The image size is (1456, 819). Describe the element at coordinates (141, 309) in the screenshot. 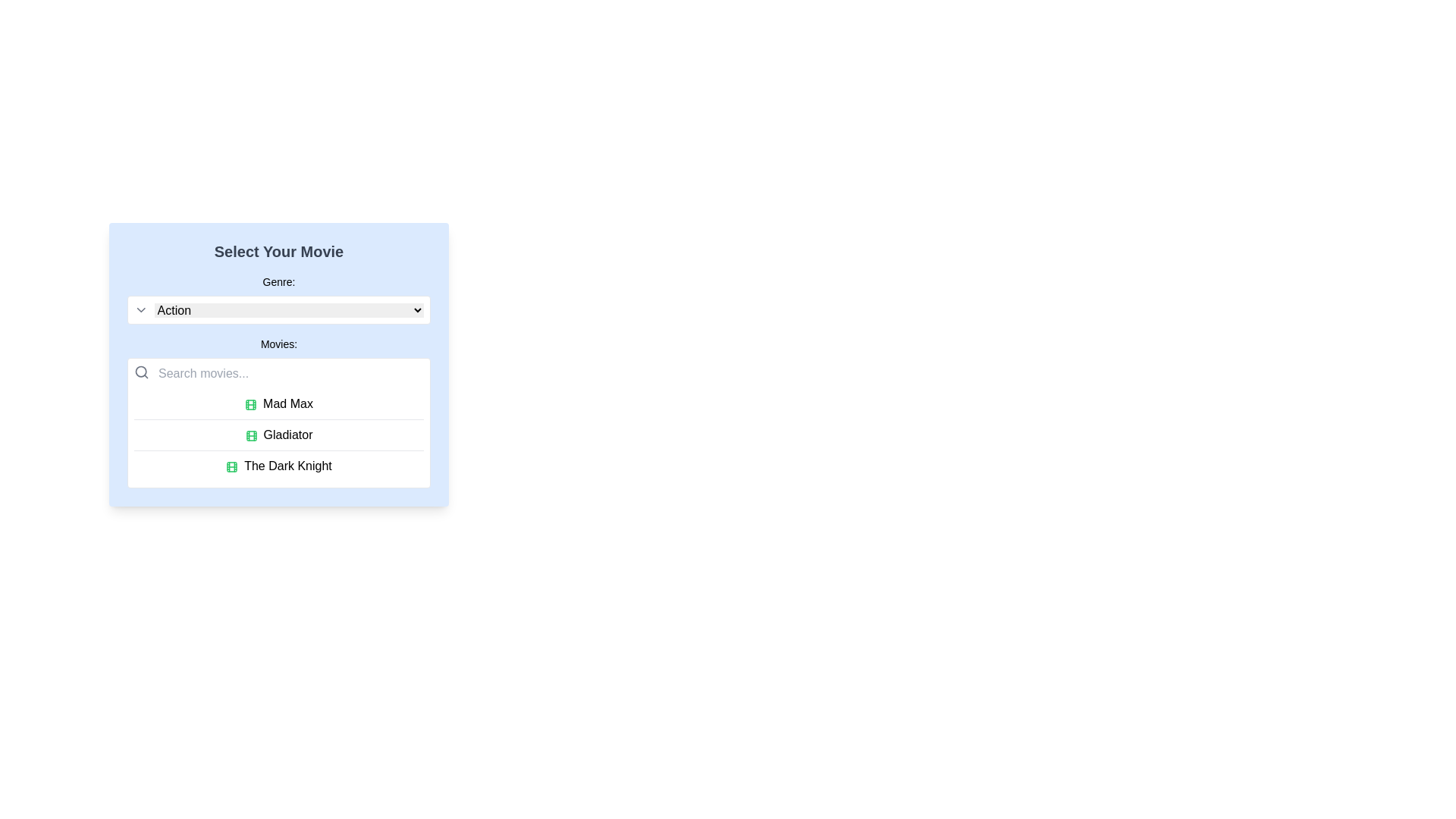

I see `the chevron icon that indicates a dropdown menu for the 'Genre' selection, located to the left of the text 'Action'` at that location.